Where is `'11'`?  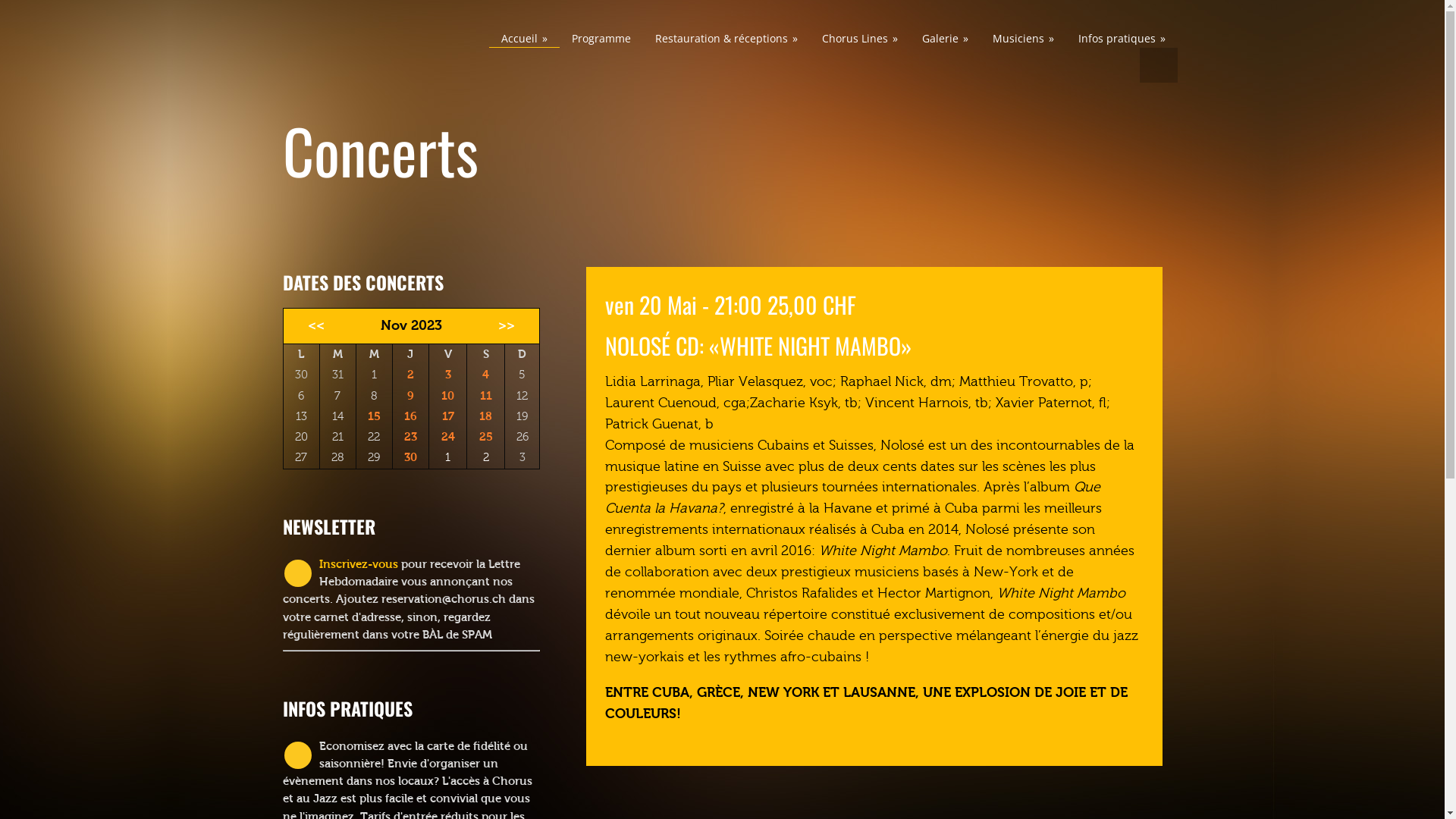 '11' is located at coordinates (486, 394).